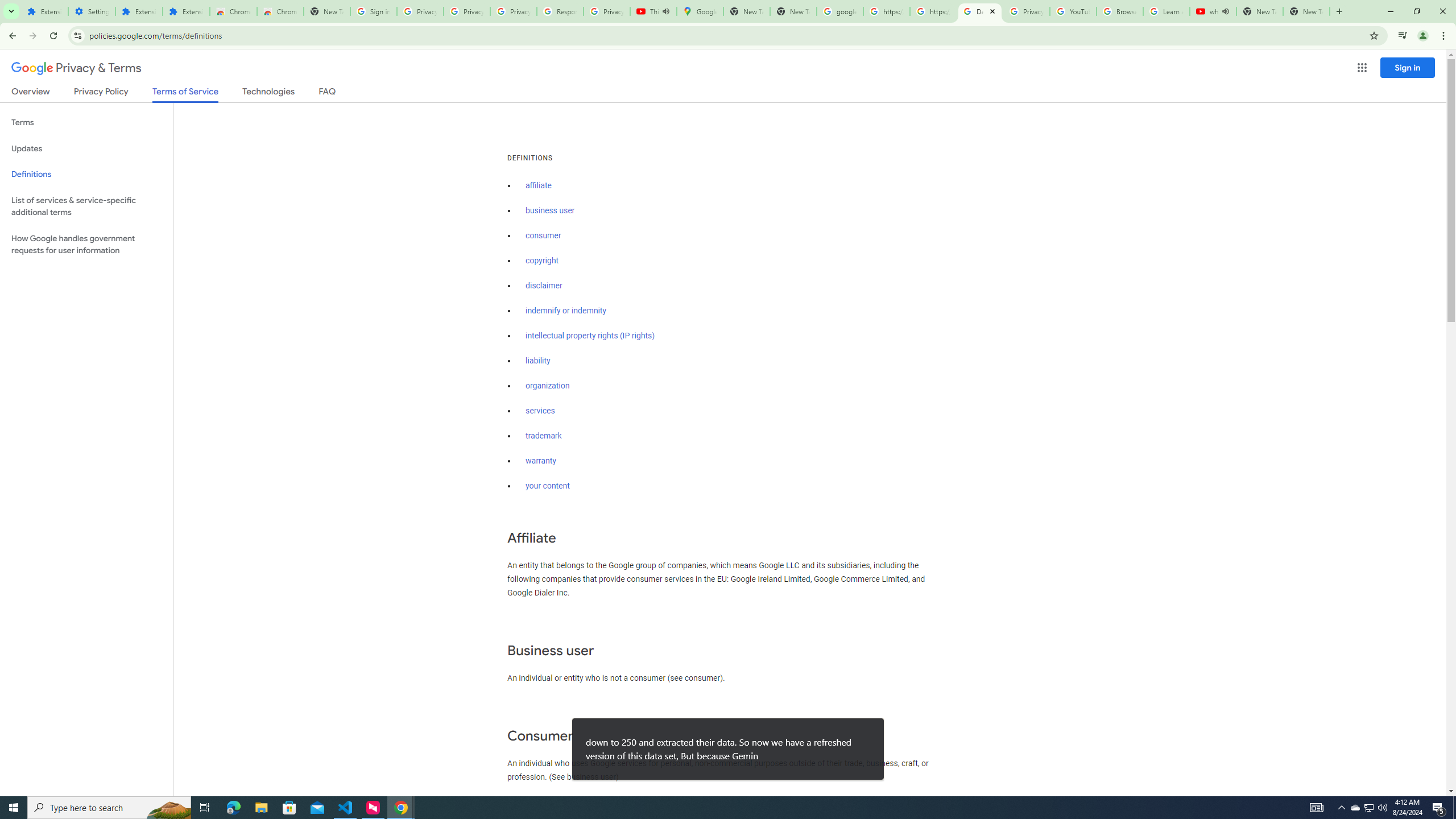 The image size is (1456, 819). Describe the element at coordinates (1119, 11) in the screenshot. I see `'Browse Chrome as a guest - Computer - Google Chrome Help'` at that location.